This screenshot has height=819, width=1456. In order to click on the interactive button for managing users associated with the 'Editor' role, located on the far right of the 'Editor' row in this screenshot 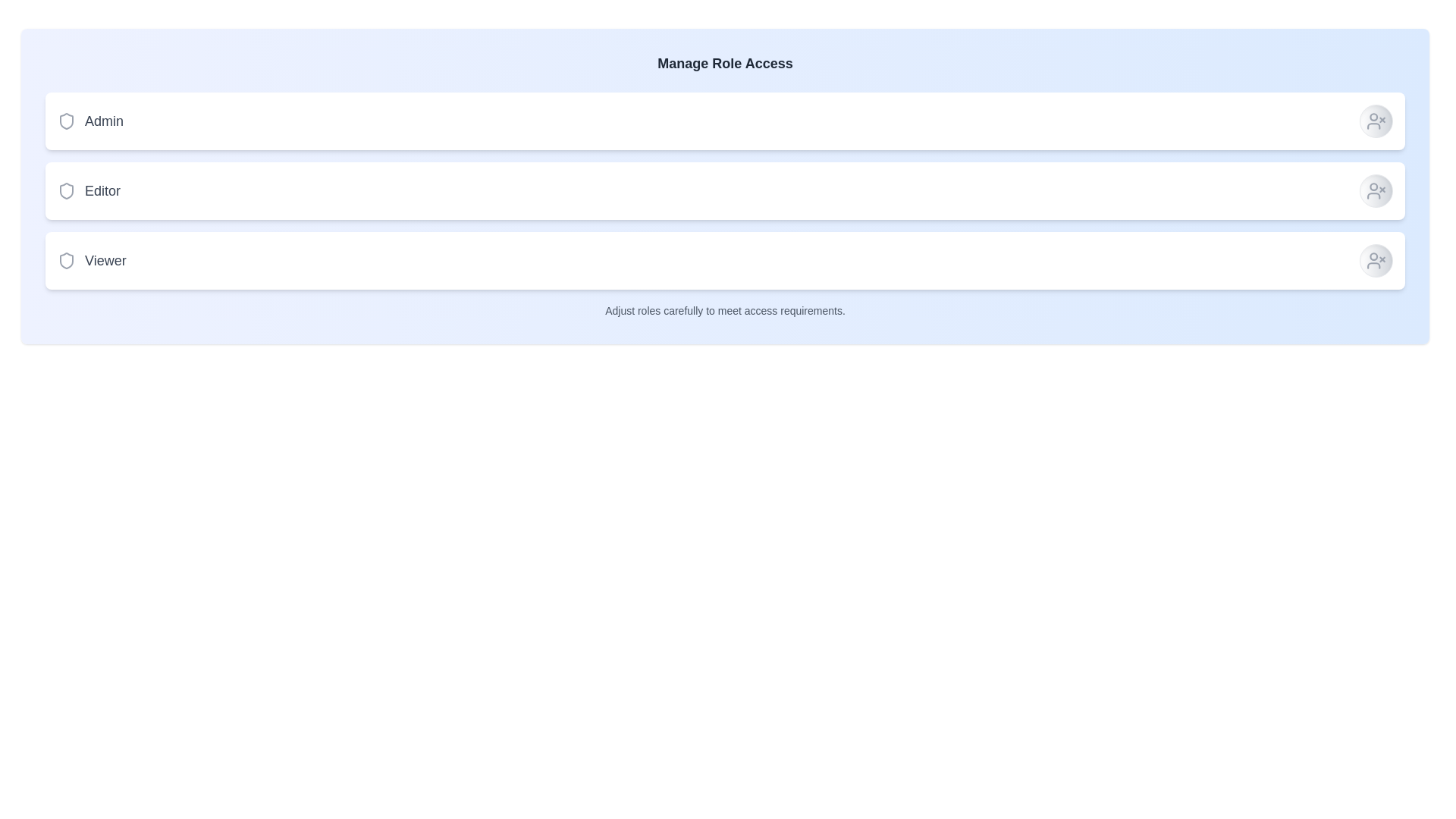, I will do `click(1376, 190)`.